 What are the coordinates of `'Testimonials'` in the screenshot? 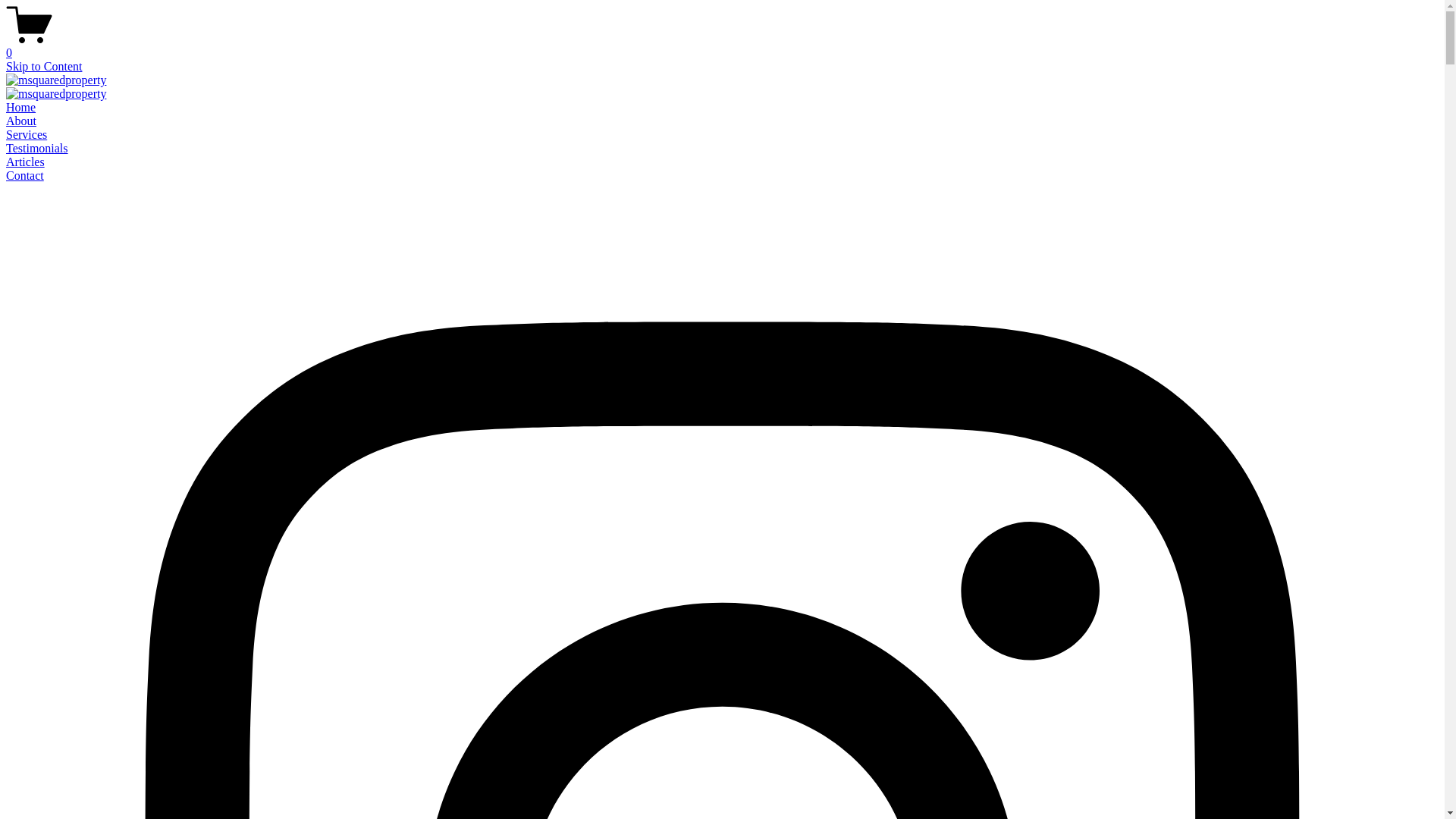 It's located at (36, 148).